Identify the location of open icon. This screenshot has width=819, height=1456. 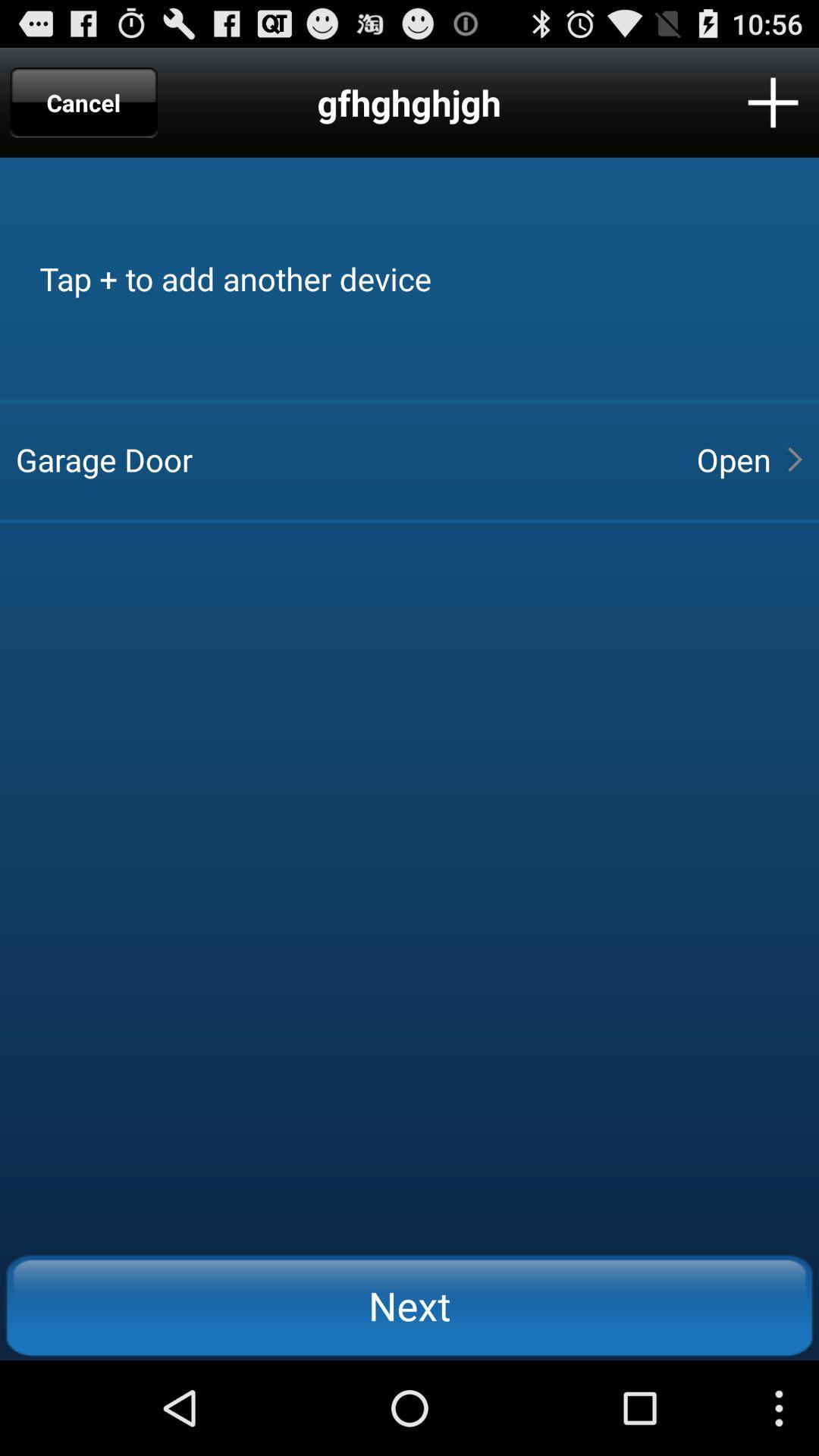
(733, 458).